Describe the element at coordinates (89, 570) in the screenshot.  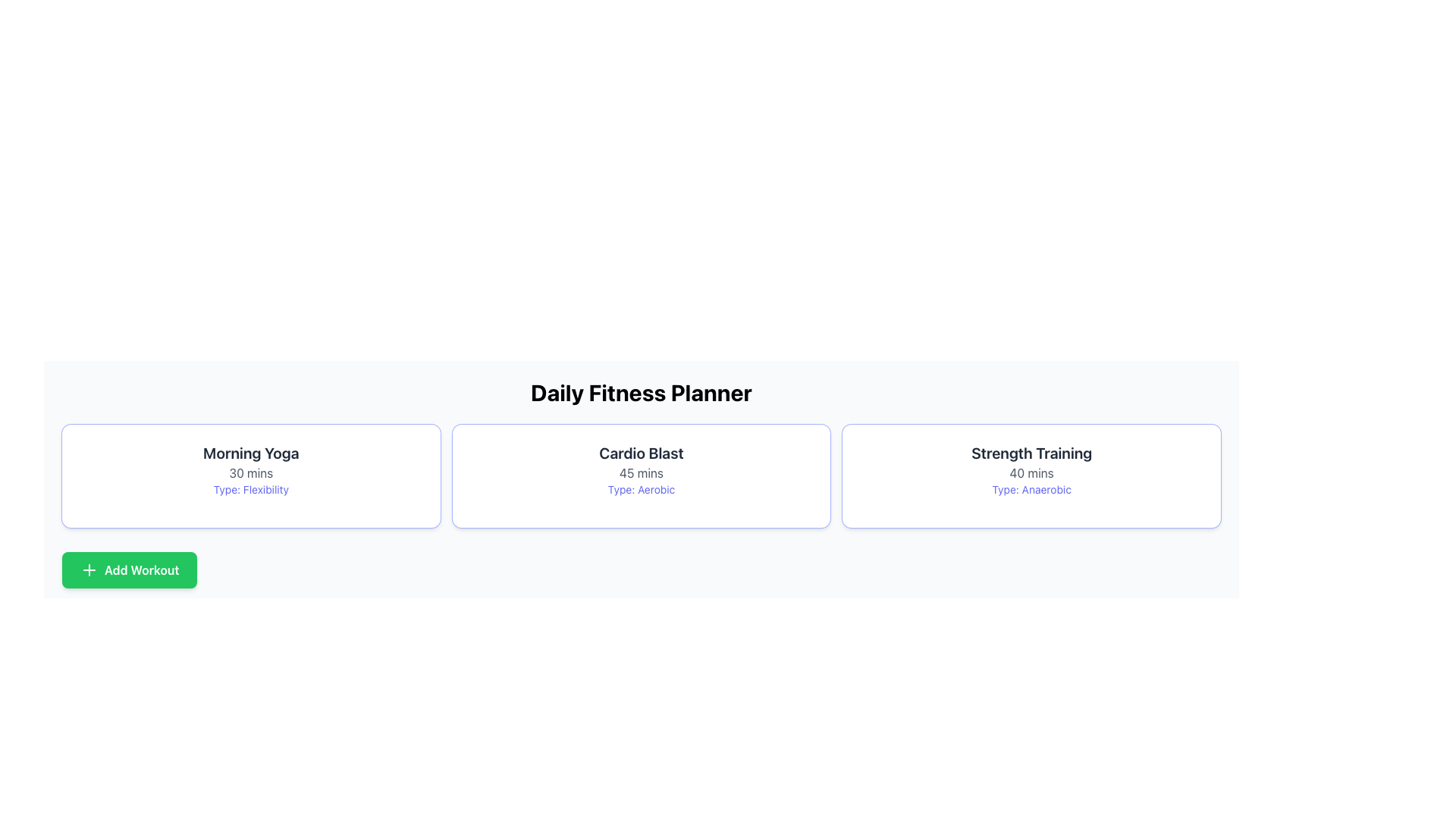
I see `the 'add' icon located within the 'Add Workout' button, which is positioned towards the left end of the button, preceding the text label 'Add Workout'` at that location.